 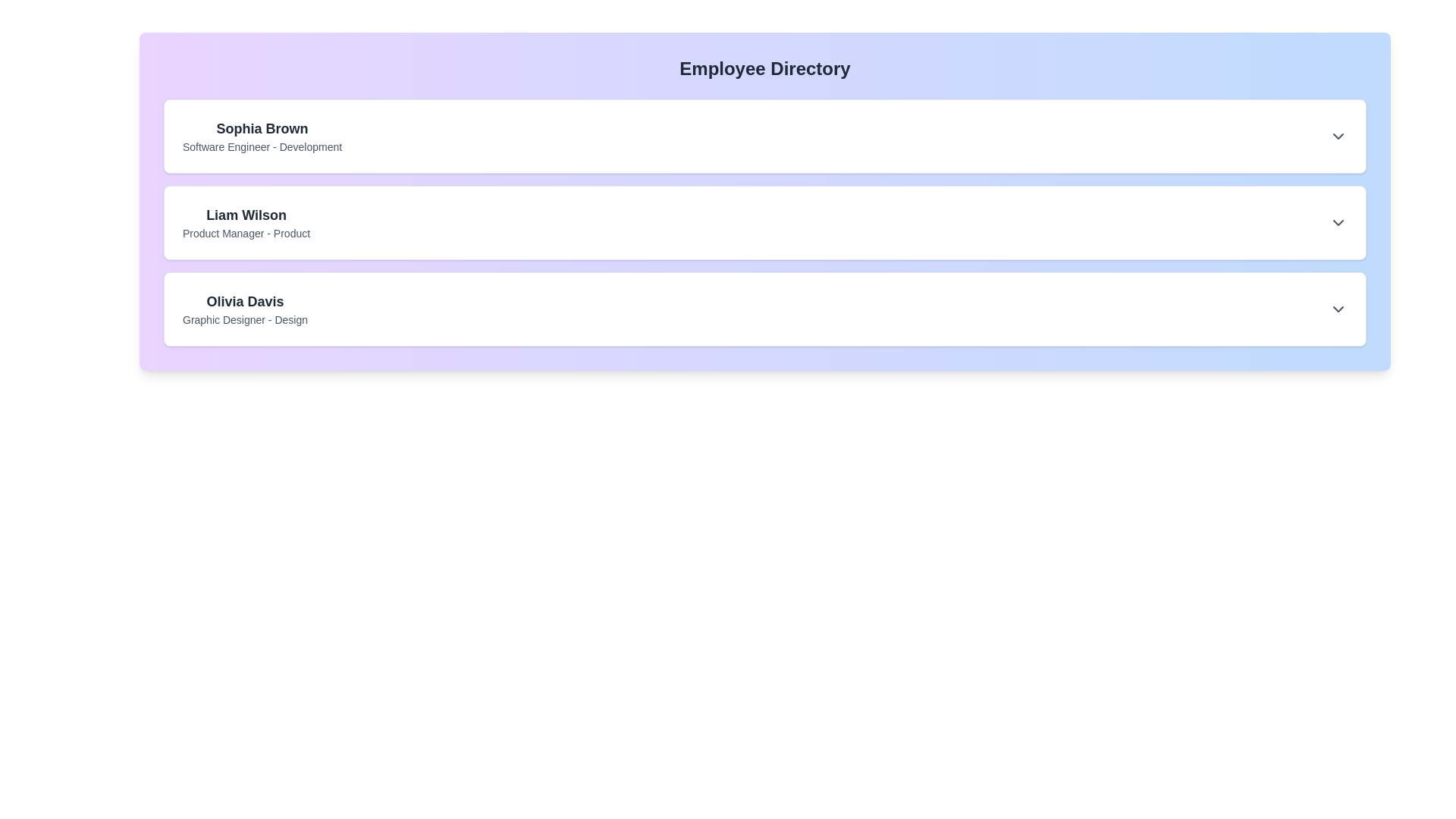 What do you see at coordinates (246, 234) in the screenshot?
I see `text label displaying 'Product Manager - Product' located below 'Liam Wilson' in the second card of the employee listings` at bounding box center [246, 234].